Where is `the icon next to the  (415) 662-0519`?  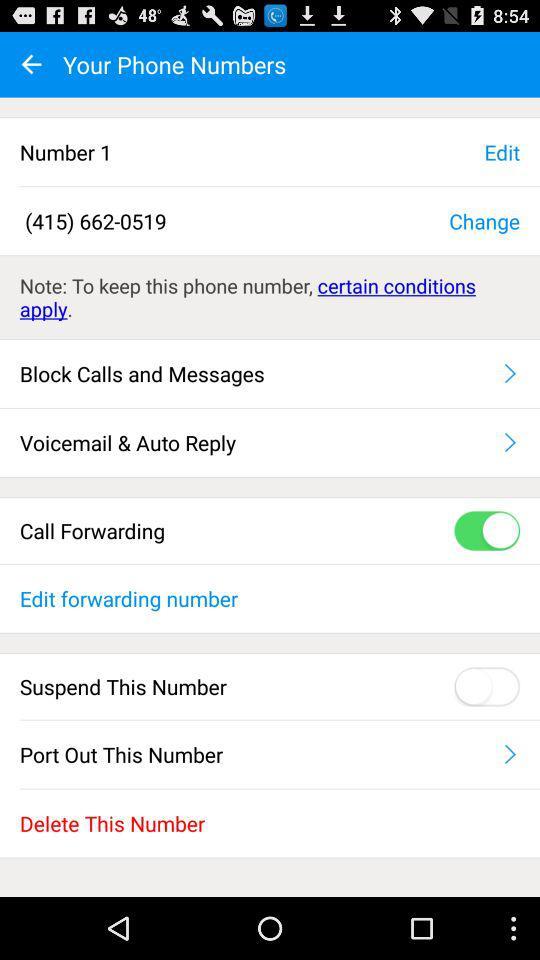
the icon next to the  (415) 662-0519 is located at coordinates (483, 220).